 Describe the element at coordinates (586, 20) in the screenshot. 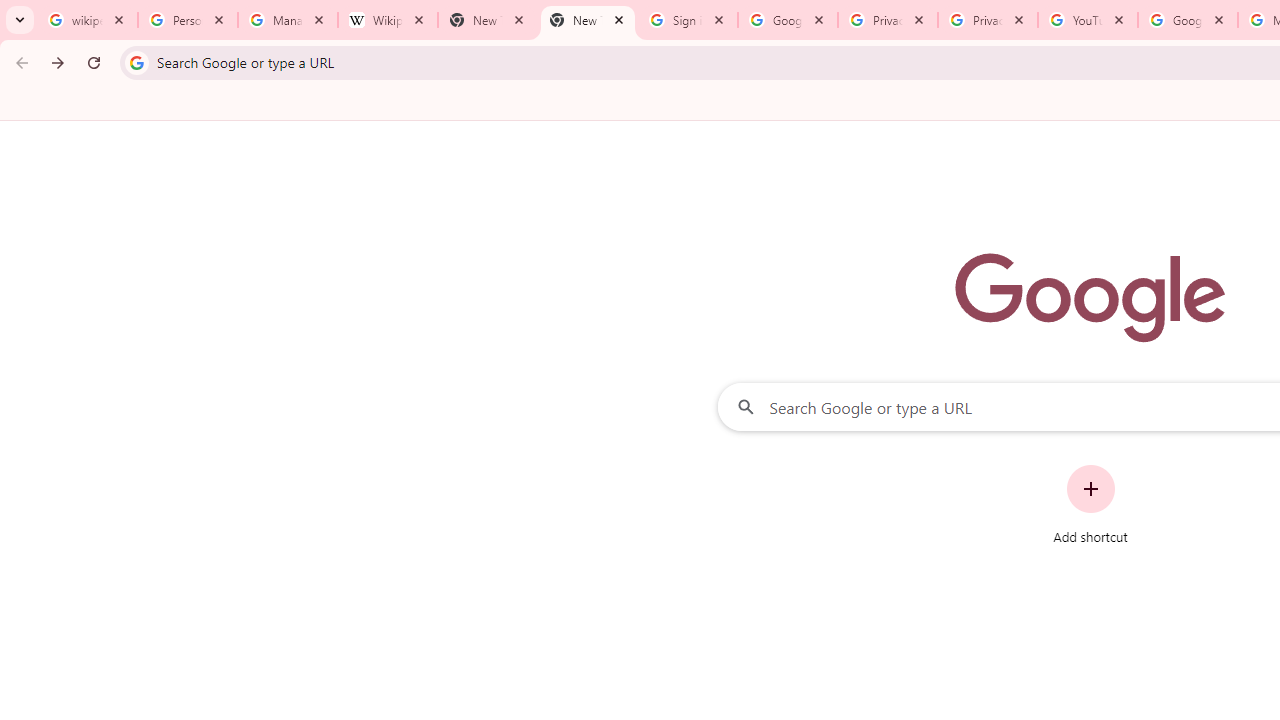

I see `'New Tab'` at that location.